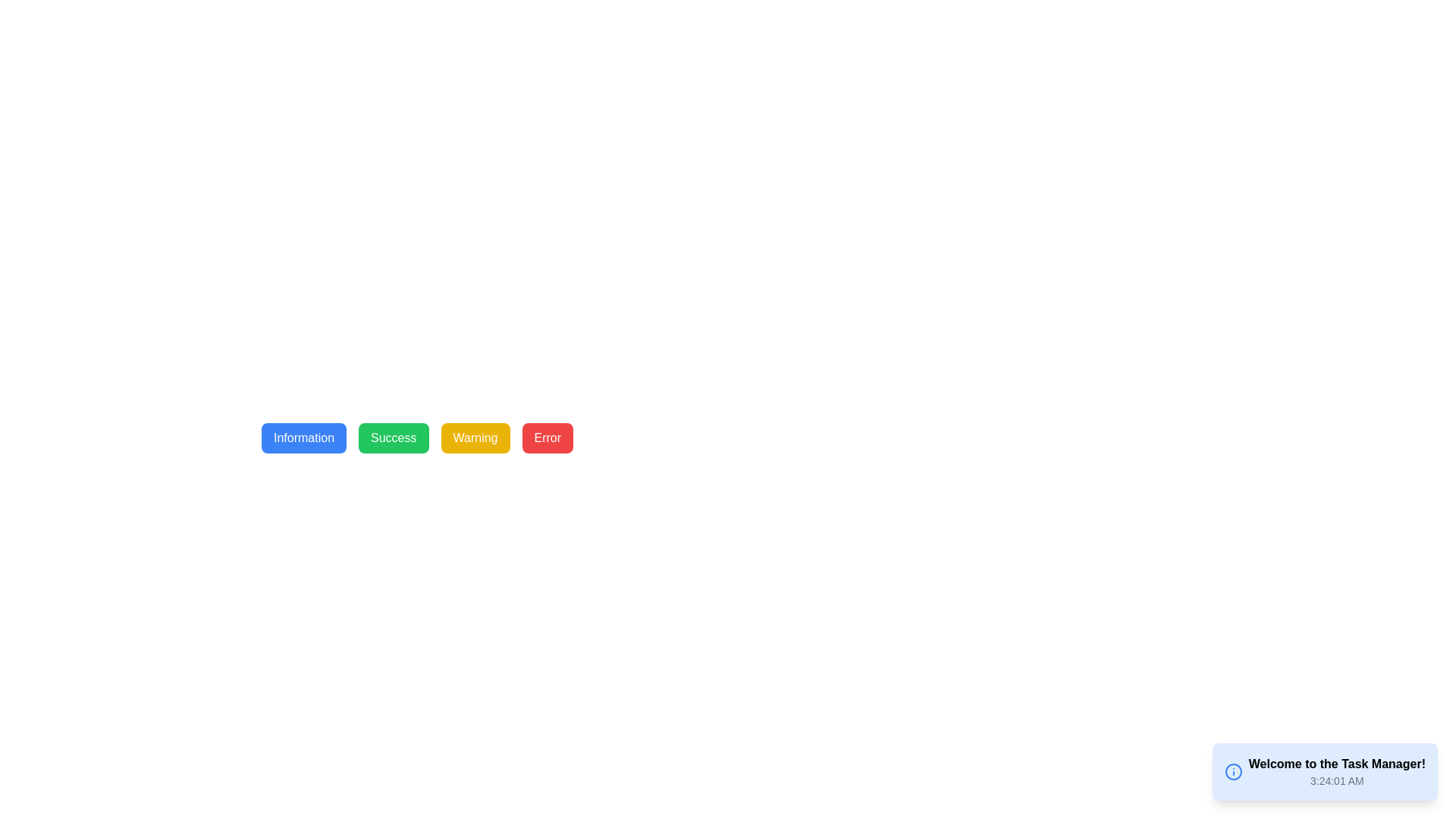 This screenshot has width=1456, height=819. What do you see at coordinates (303, 438) in the screenshot?
I see `the 'Information' button, which is a rectangular button with rounded corners, styled with a blue background and white text, to invoke its action` at bounding box center [303, 438].